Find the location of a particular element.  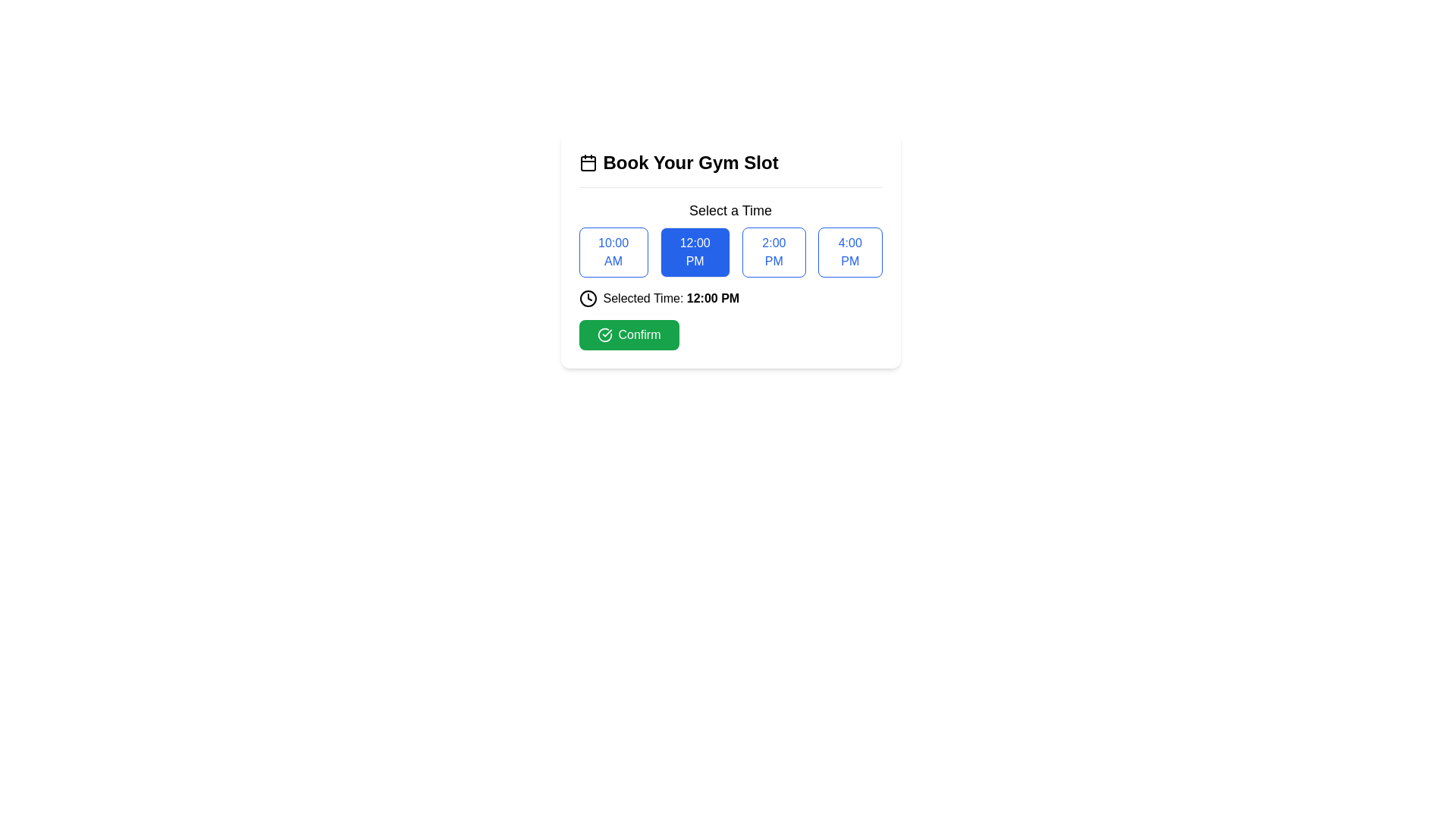

the Time selection button displaying '12:00 PM', which is the second button in the row of time slots is located at coordinates (730, 249).